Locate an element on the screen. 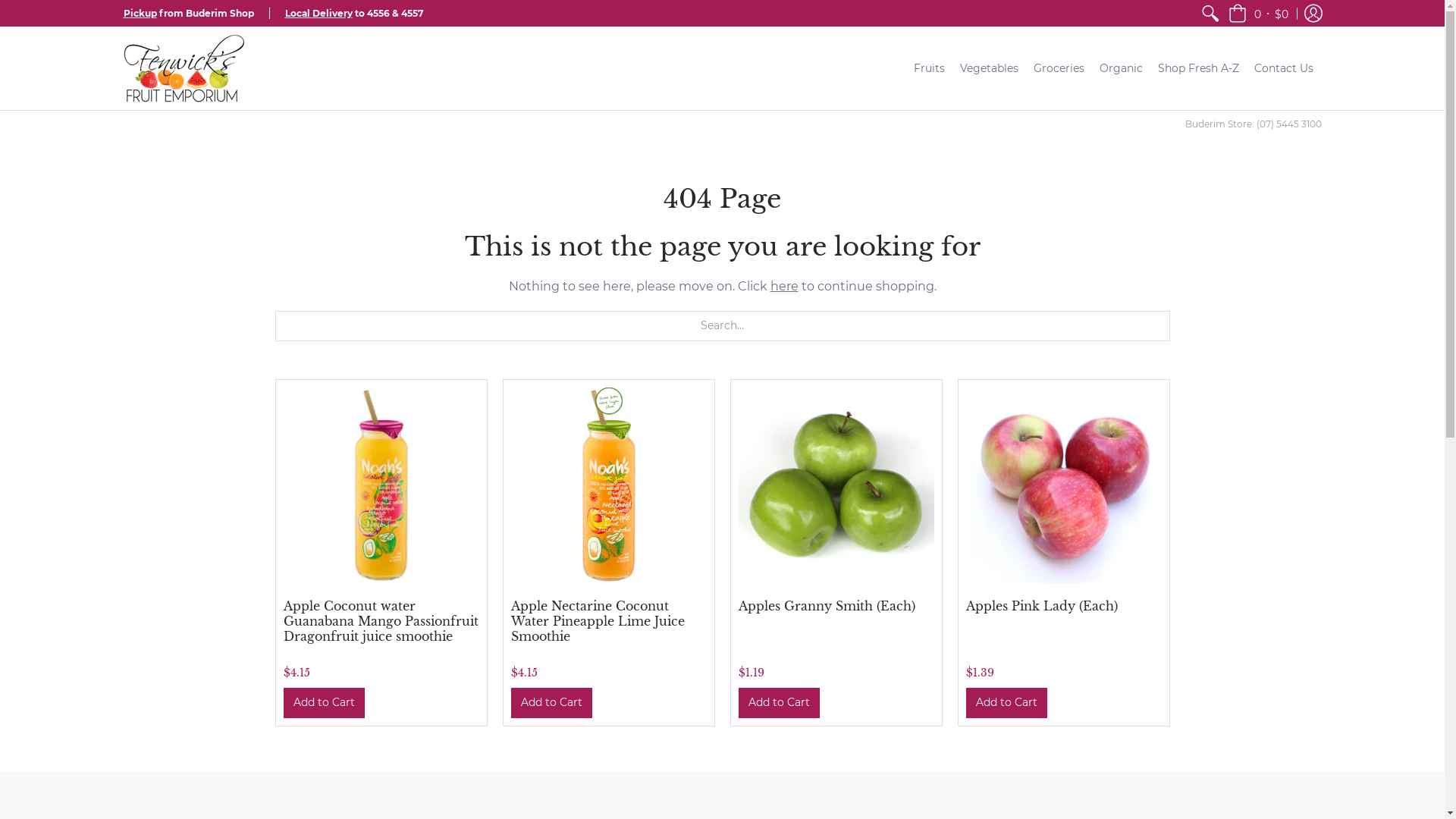  'Shop Fresh A-Z' is located at coordinates (1197, 67).